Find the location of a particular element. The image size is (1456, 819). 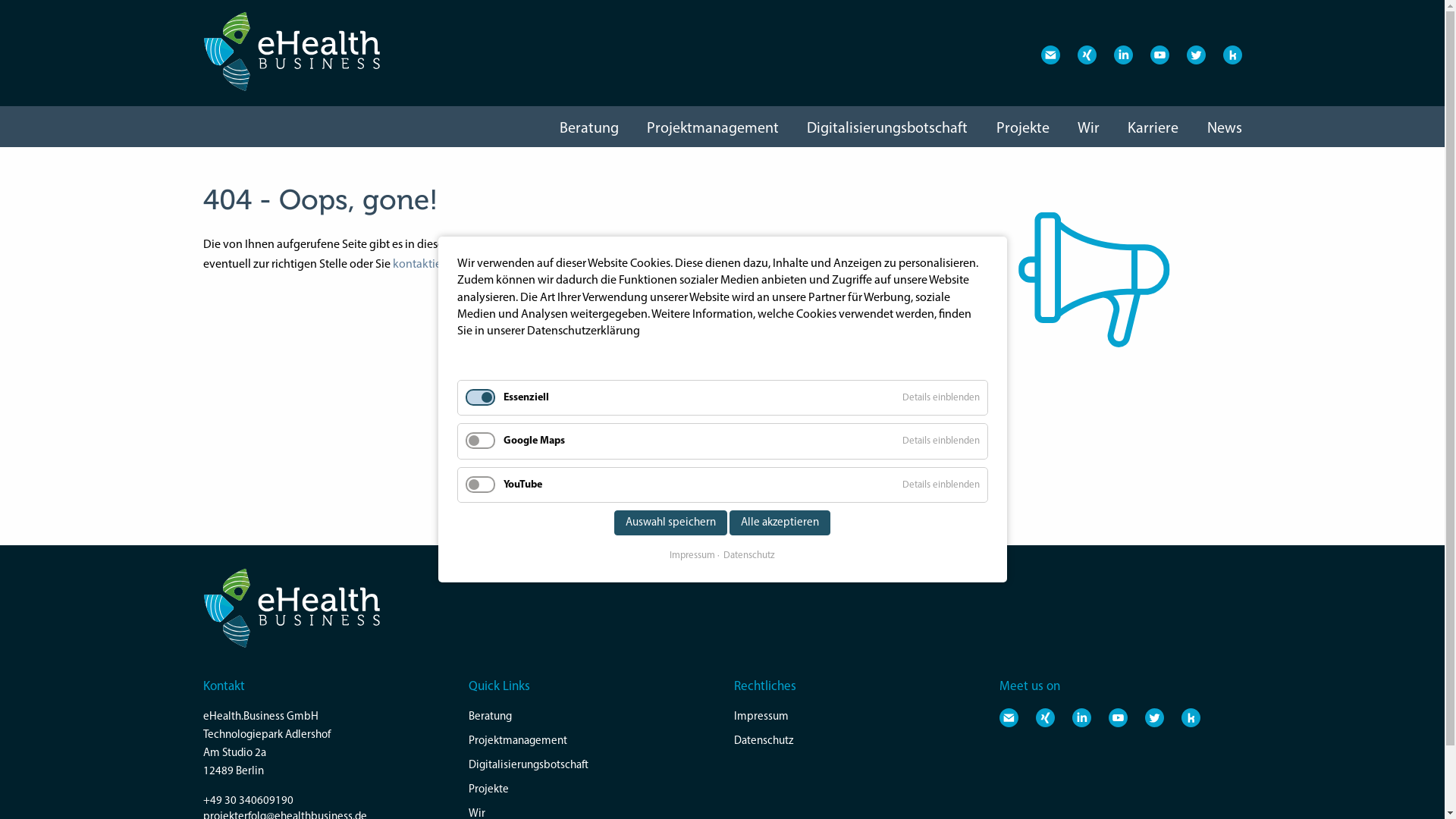

'Auswahl speichern' is located at coordinates (670, 522).